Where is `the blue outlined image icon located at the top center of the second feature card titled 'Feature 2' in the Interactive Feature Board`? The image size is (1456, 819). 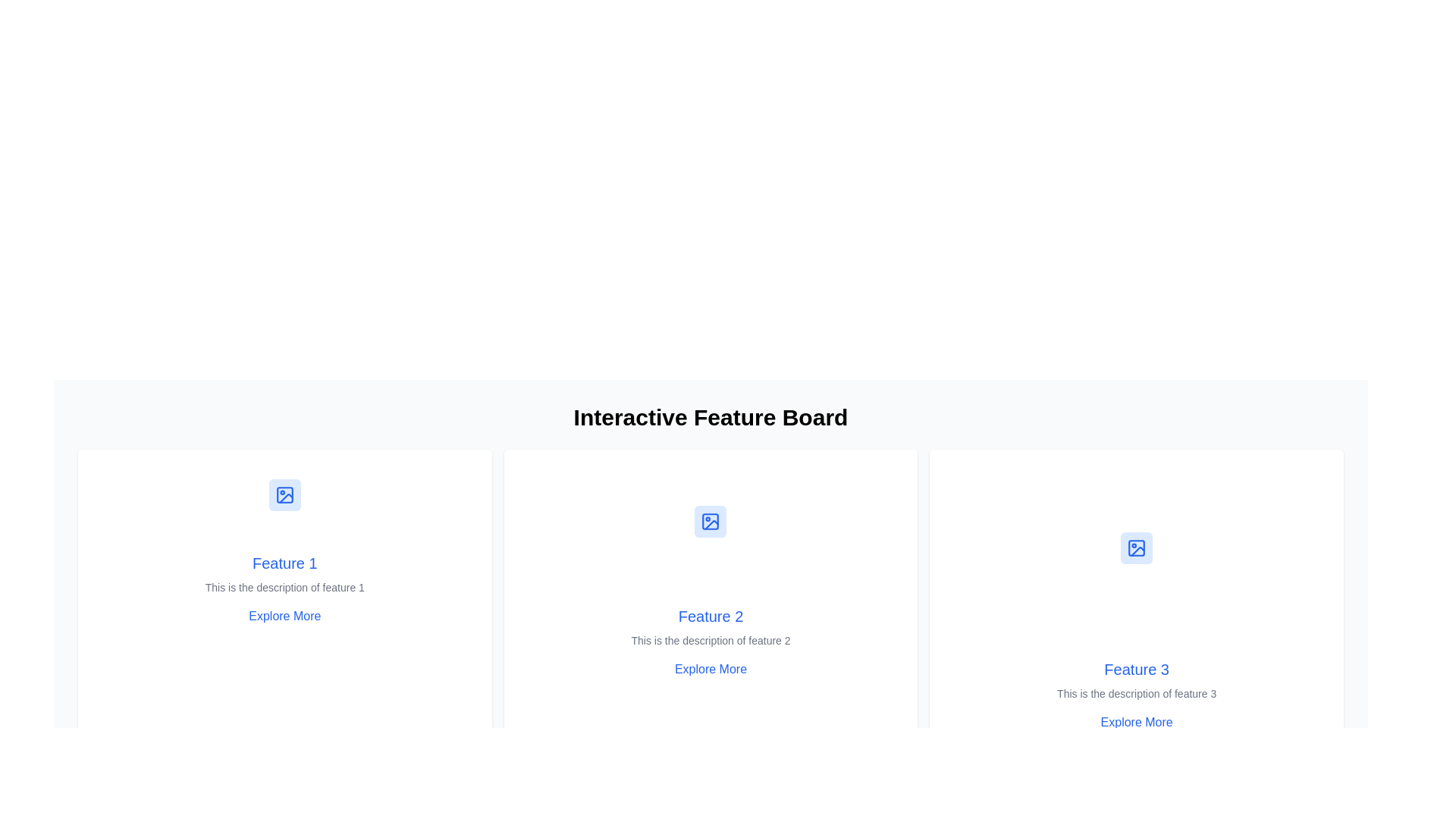 the blue outlined image icon located at the top center of the second feature card titled 'Feature 2' in the Interactive Feature Board is located at coordinates (710, 520).